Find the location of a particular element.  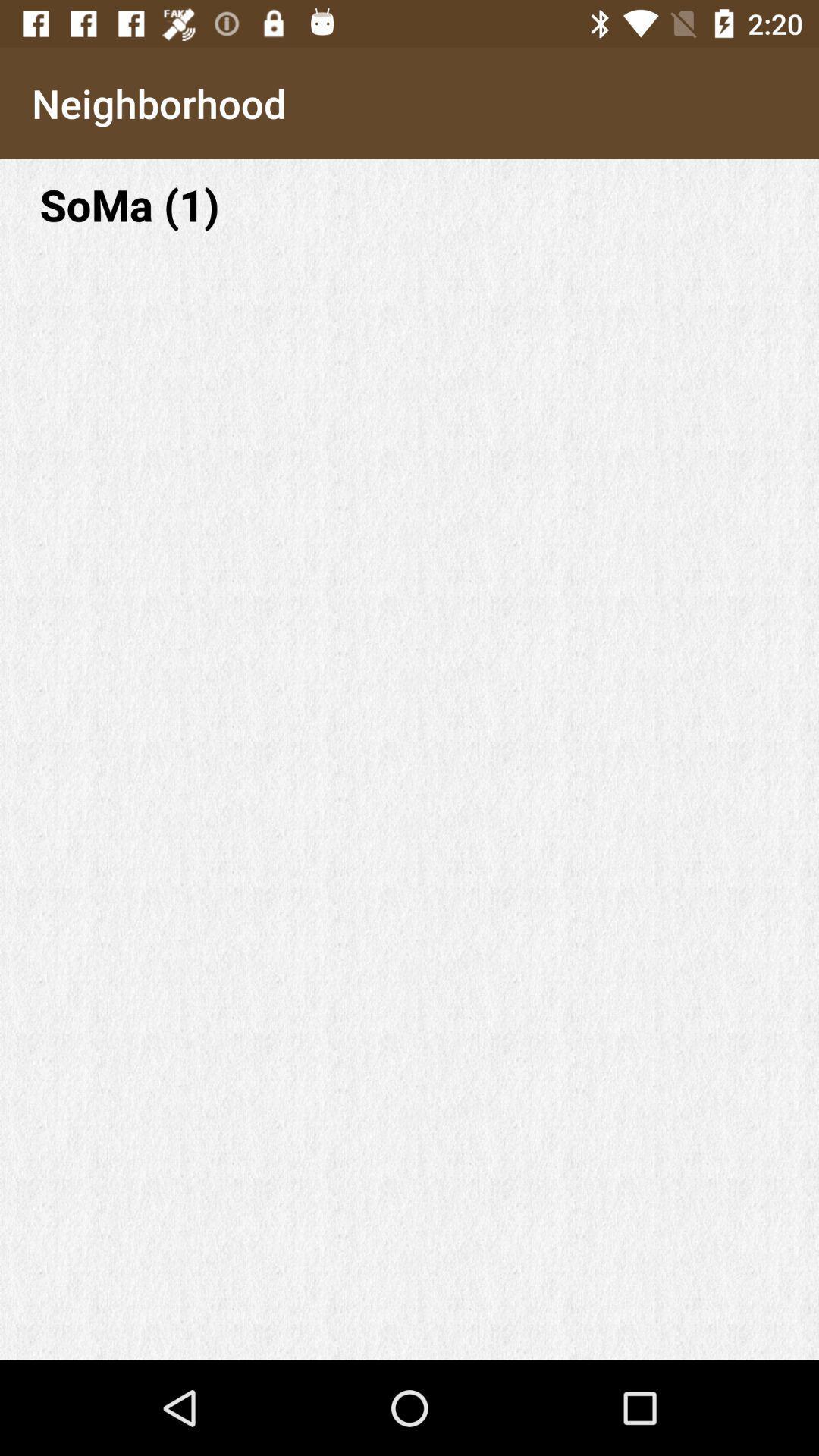

the app below neighborhood icon is located at coordinates (409, 203).